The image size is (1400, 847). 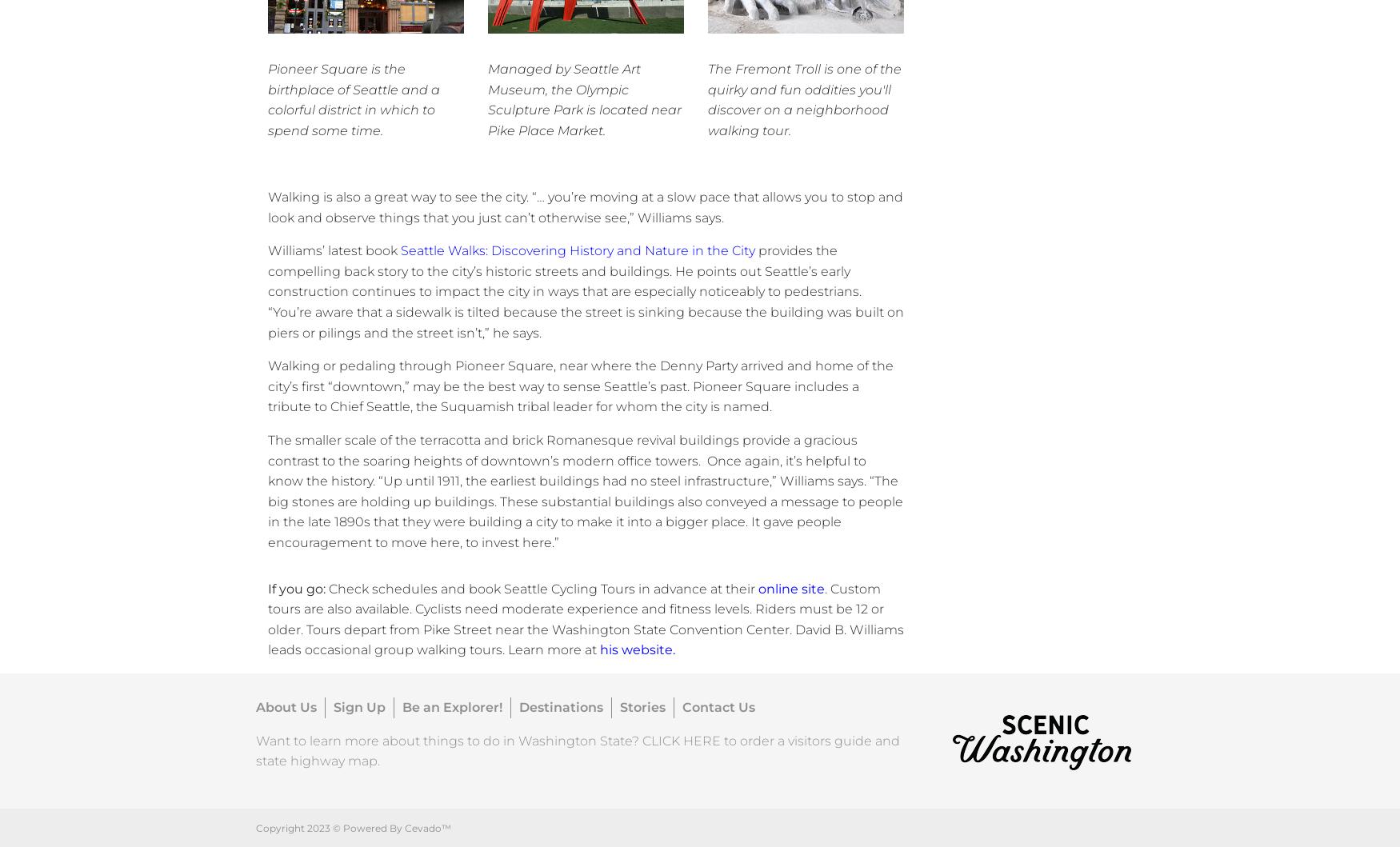 I want to click on 'Williams’ latest book', so click(x=334, y=250).